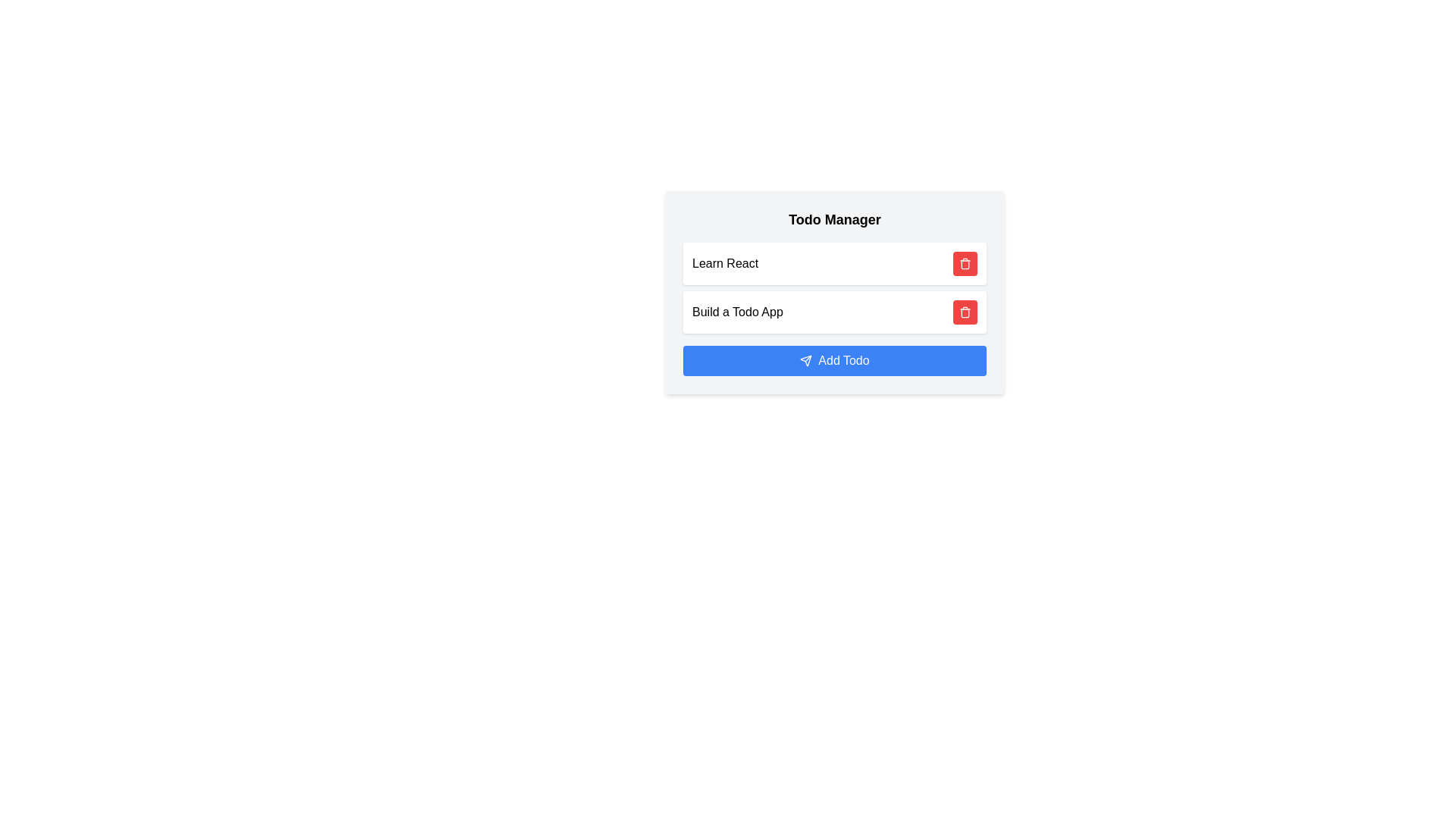 This screenshot has height=819, width=1456. I want to click on the second trash can icon button, which has a red background and is located at the rightmost end of the 'Build a Todo App' task entry in the todo list manager interface, so click(964, 312).